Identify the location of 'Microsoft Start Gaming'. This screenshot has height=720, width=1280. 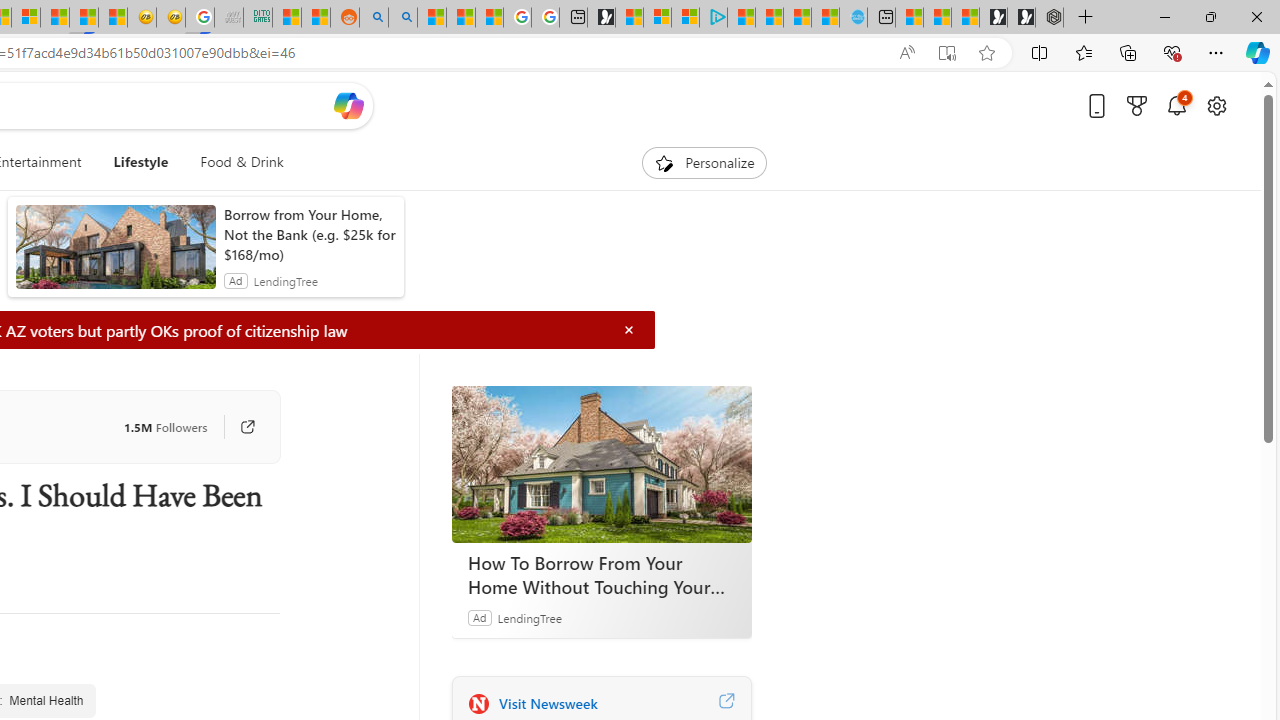
(600, 17).